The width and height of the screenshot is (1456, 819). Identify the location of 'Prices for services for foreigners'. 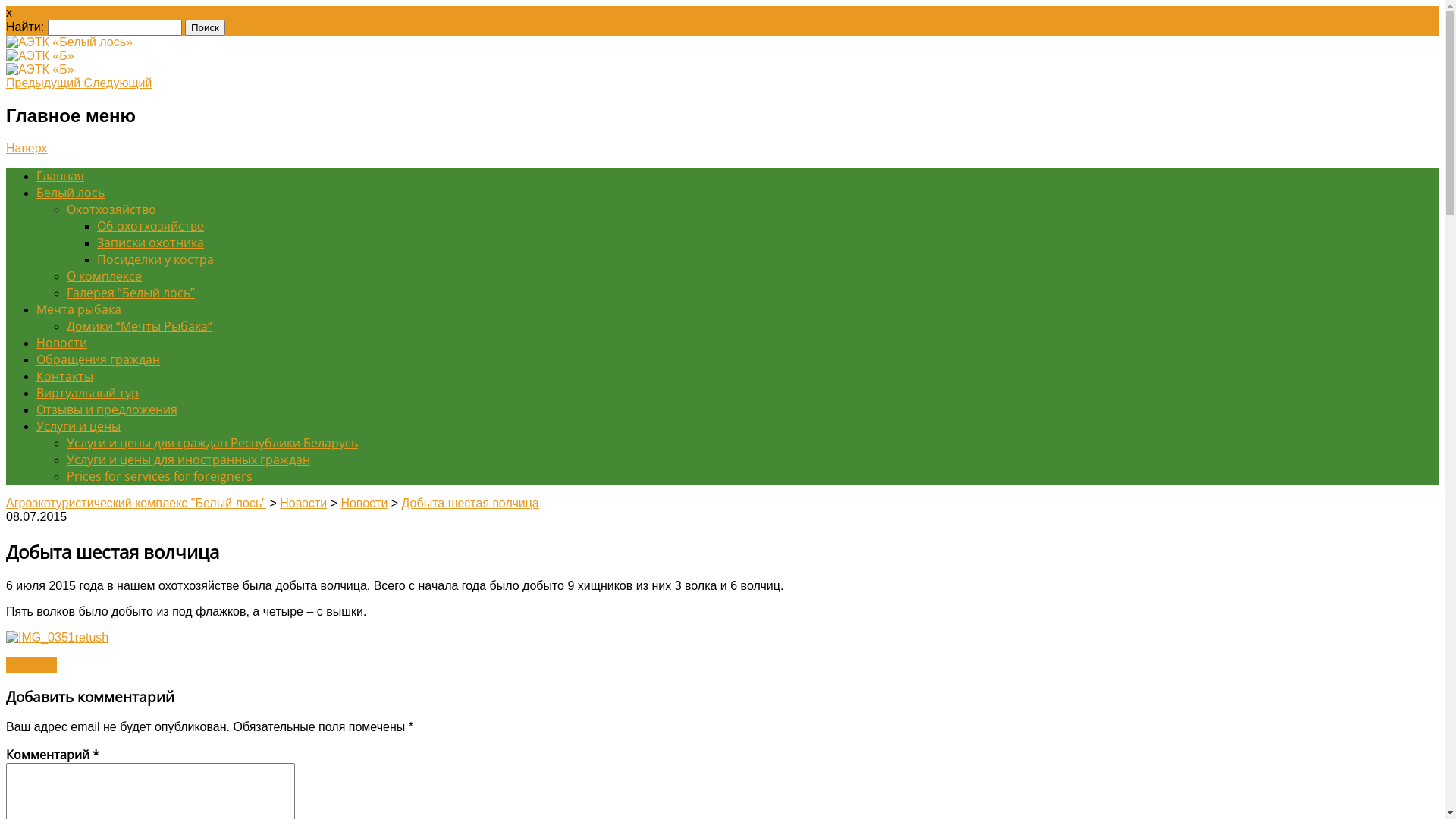
(65, 475).